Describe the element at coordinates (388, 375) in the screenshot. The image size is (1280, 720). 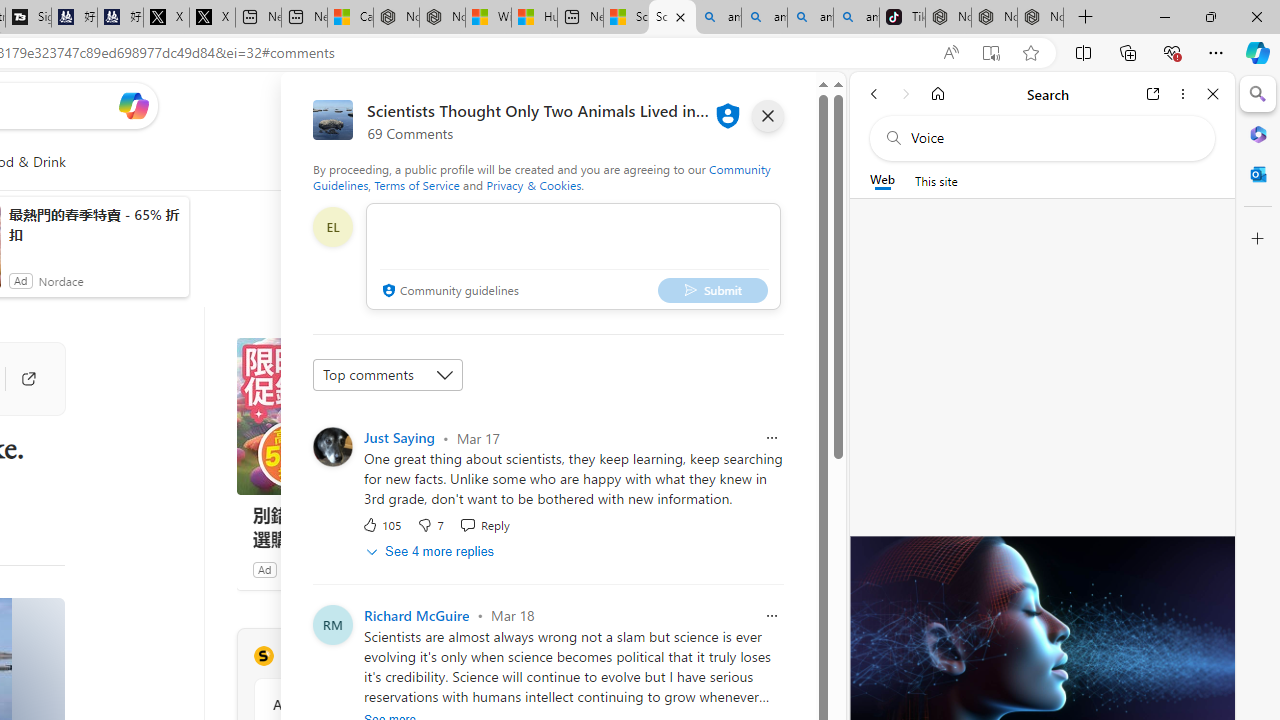
I see `'Sort comments by'` at that location.